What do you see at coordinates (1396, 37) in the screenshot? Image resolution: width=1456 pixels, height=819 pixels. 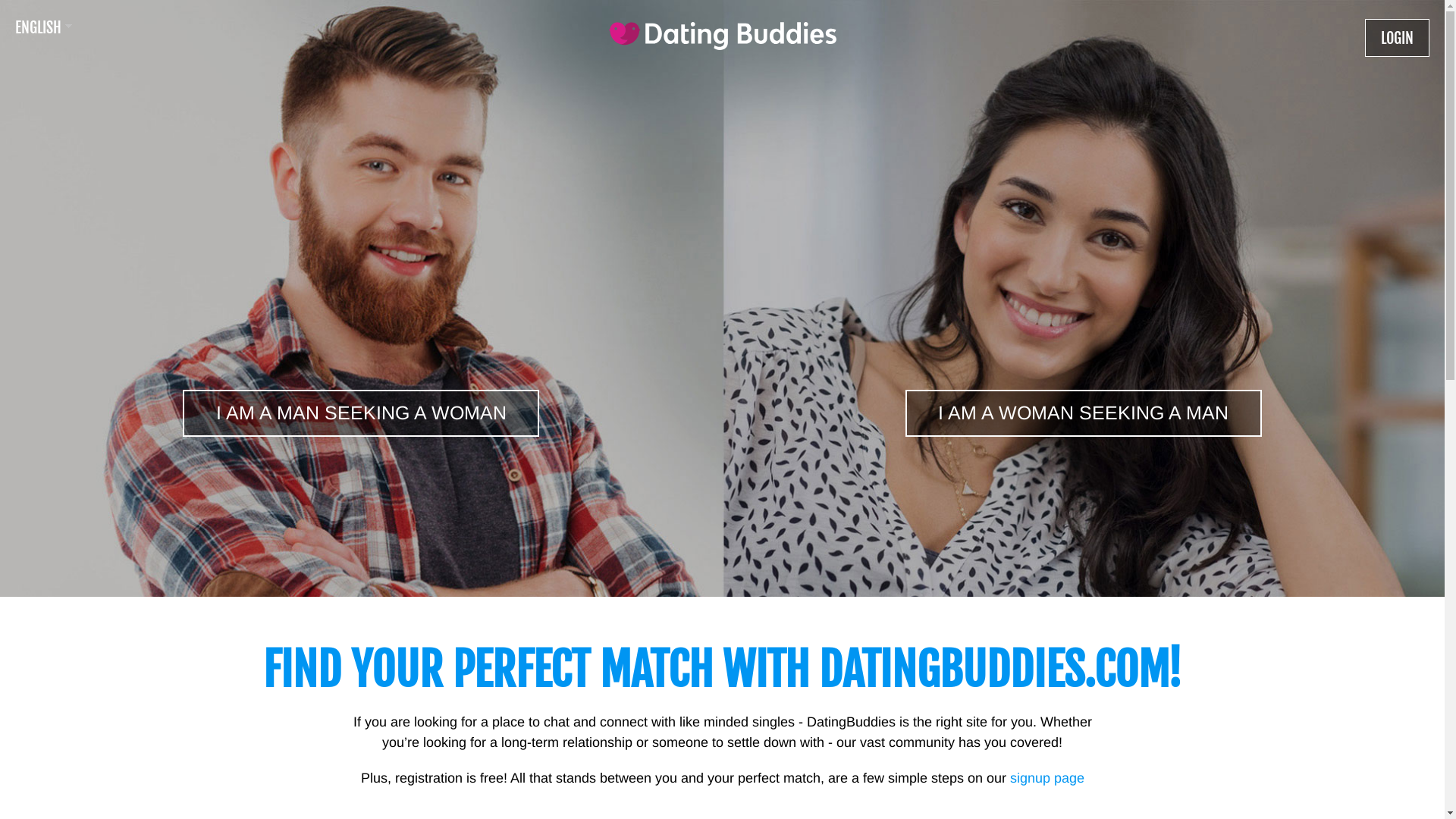 I see `'LOGIN'` at bounding box center [1396, 37].